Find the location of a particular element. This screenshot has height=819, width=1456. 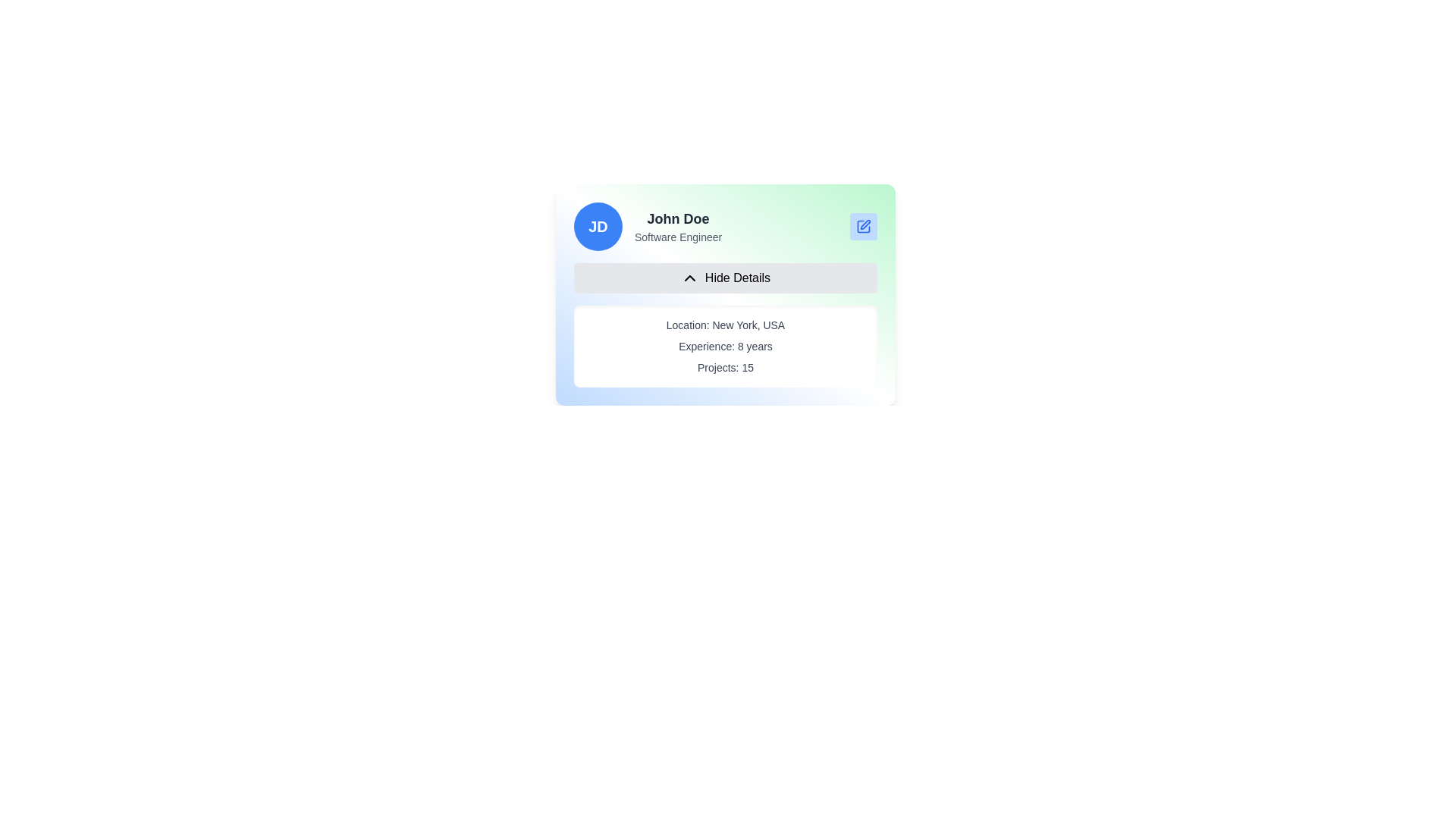

the 'Hide Details' button, which is a rectangular button with a light gray background and an upward arrow icon is located at coordinates (724, 278).